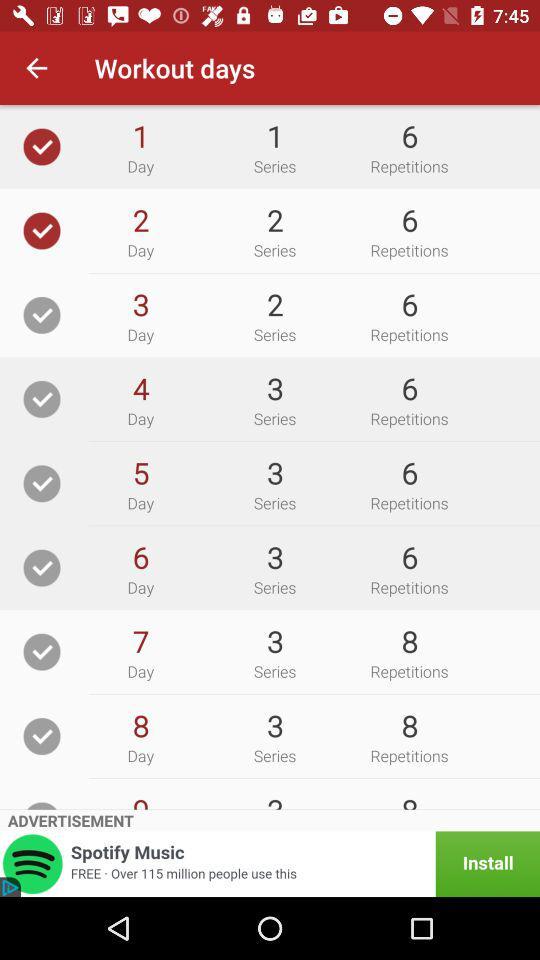 The image size is (540, 960). What do you see at coordinates (139, 387) in the screenshot?
I see `the item above day item` at bounding box center [139, 387].